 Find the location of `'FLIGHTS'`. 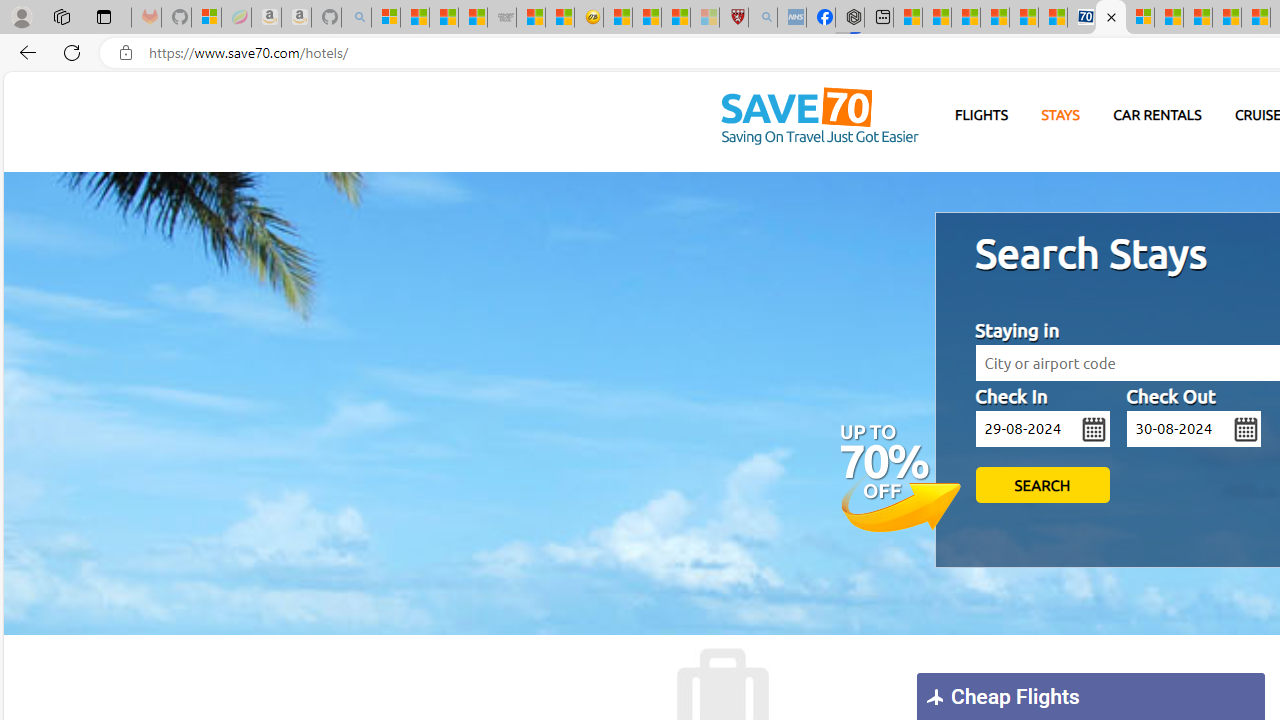

'FLIGHTS' is located at coordinates (981, 115).